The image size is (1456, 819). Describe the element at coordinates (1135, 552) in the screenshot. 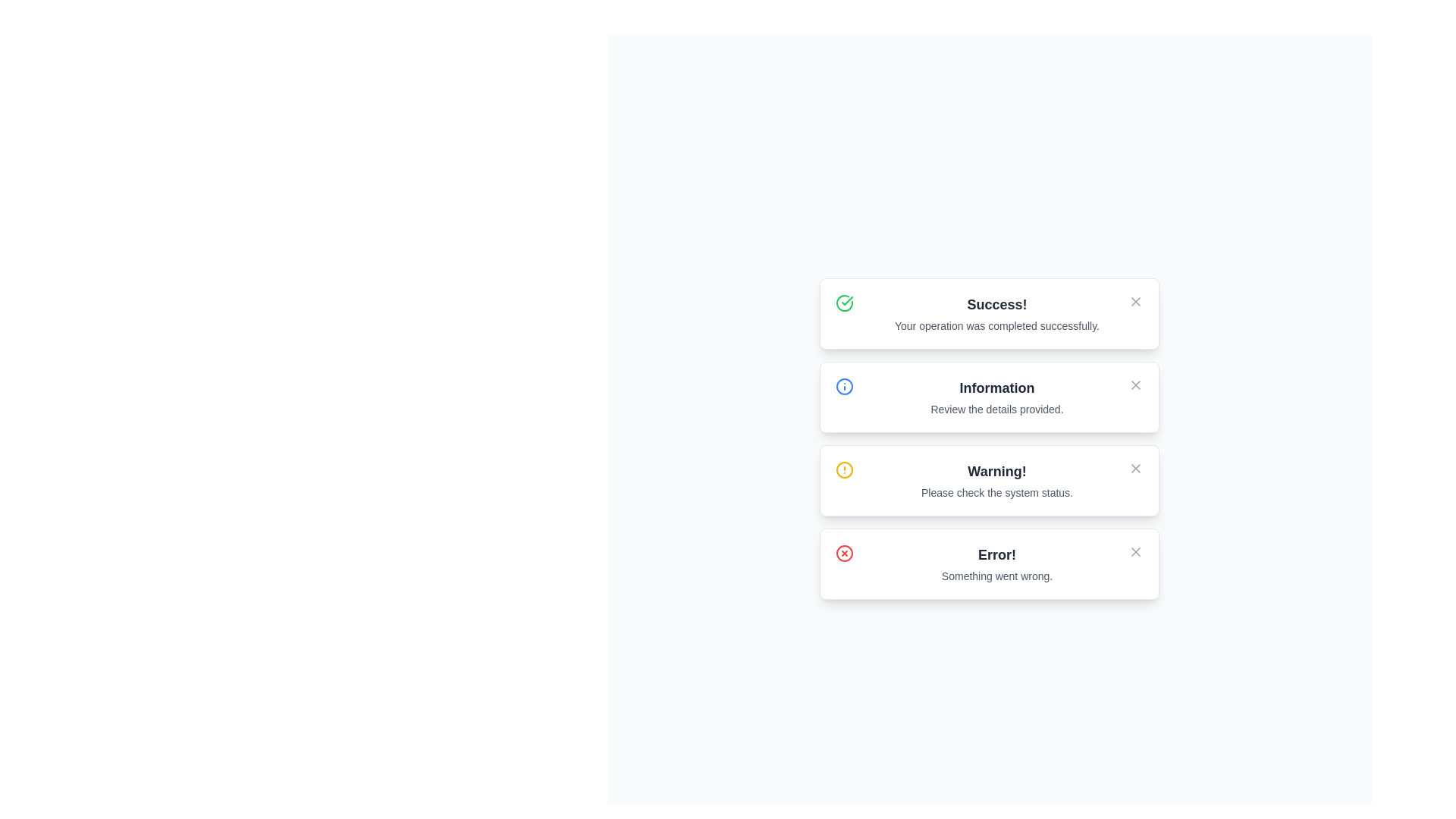

I see `the close icon in the top-right corner of the 'Error!' notification card` at that location.